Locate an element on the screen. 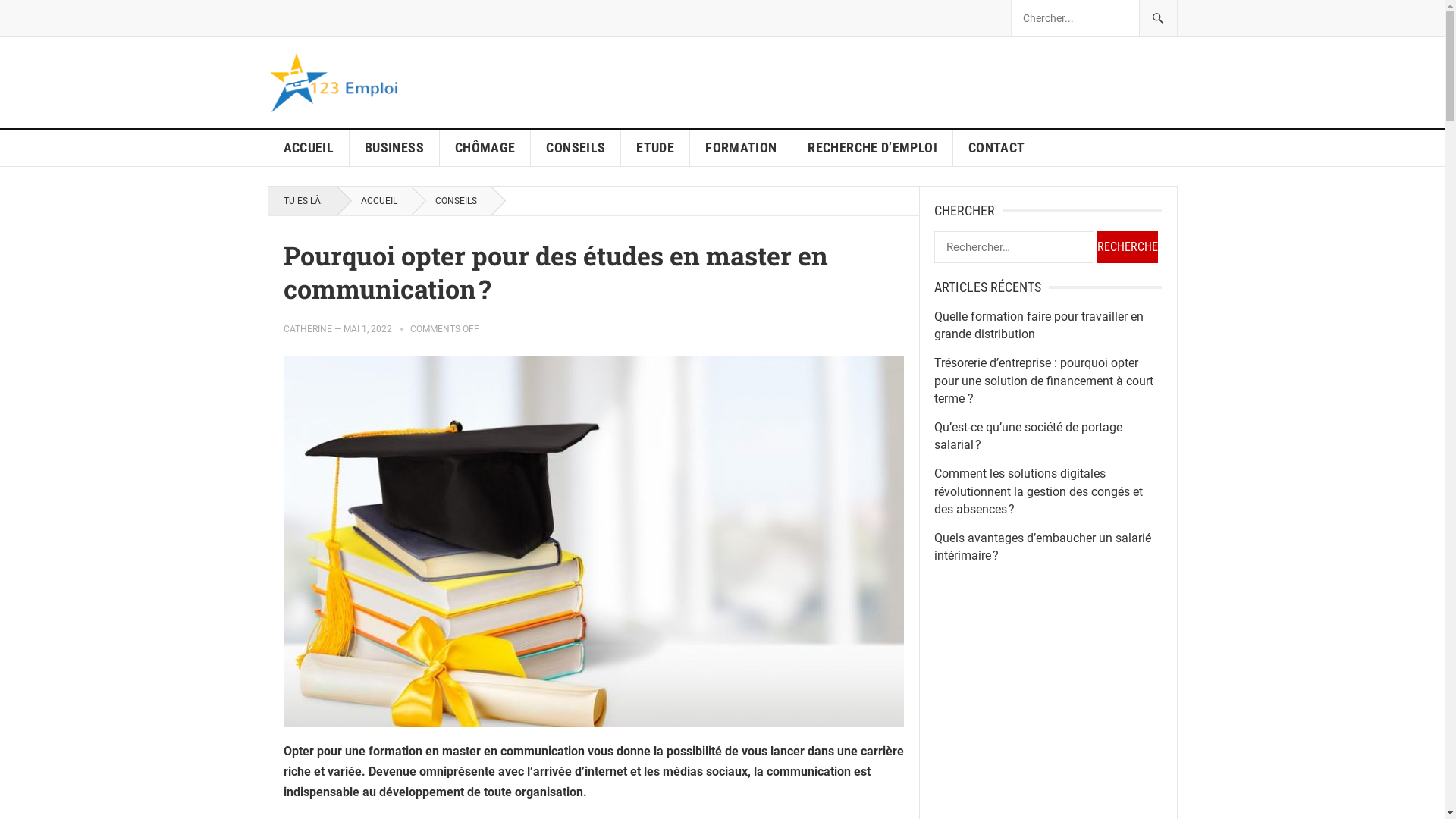  'CATHERINE' is located at coordinates (284, 328).